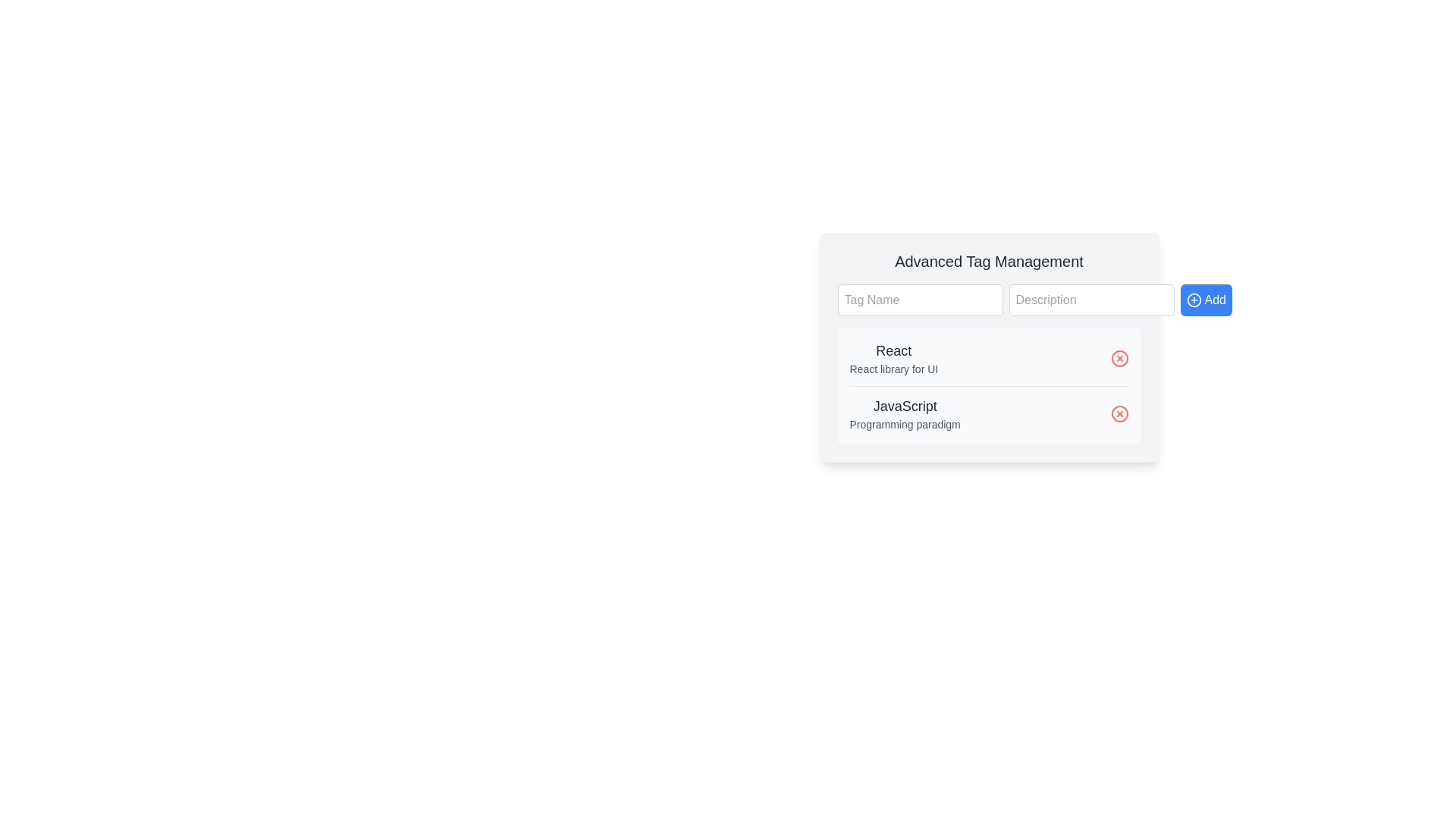  I want to click on the medium-sized bold text label displaying 'React' which is part of a larger list item in the 'Advanced Tag Management' panel, so click(893, 350).